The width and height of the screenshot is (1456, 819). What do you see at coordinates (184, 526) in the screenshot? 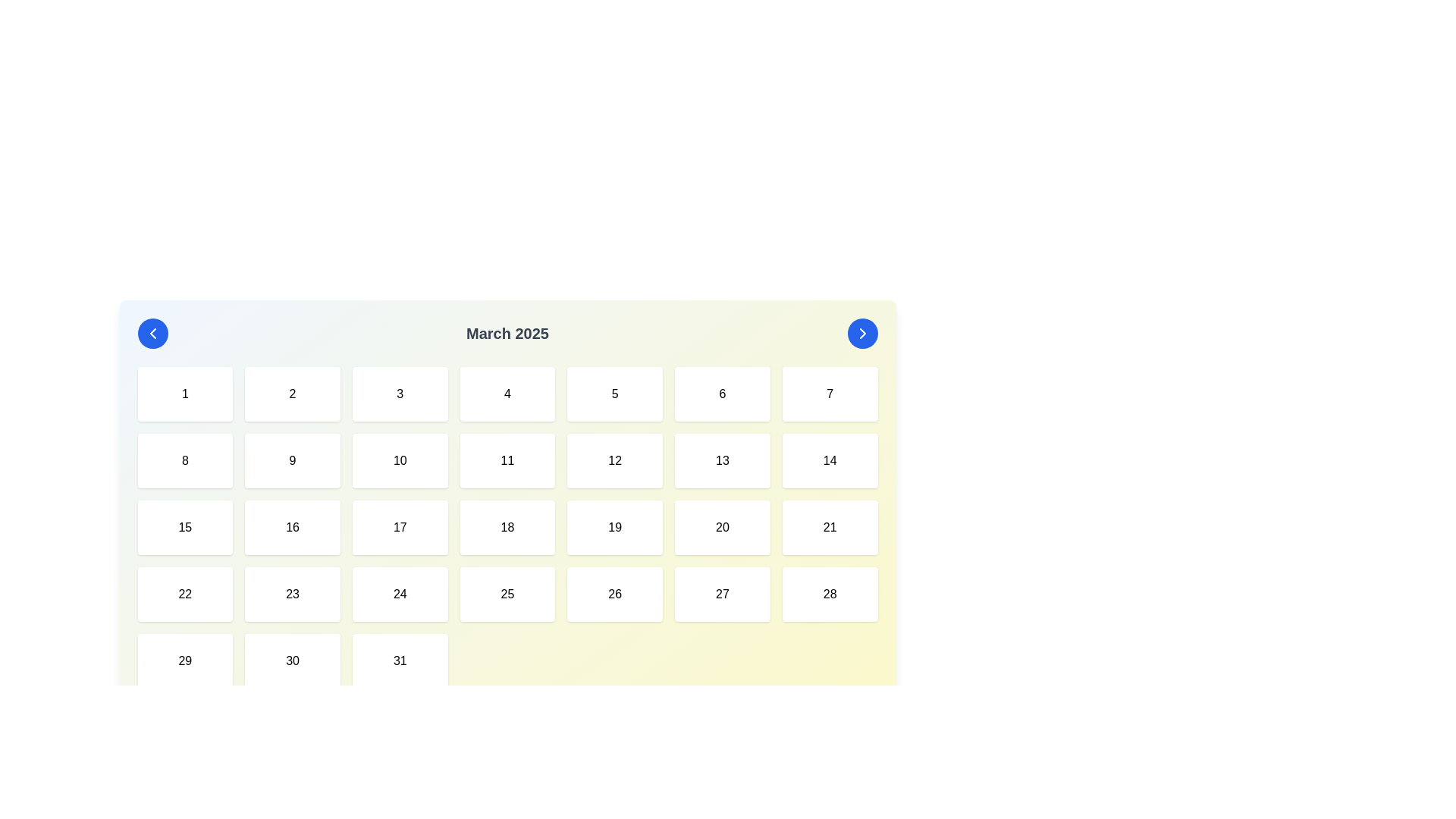
I see `the calendar grid cell containing the number '15'` at bounding box center [184, 526].